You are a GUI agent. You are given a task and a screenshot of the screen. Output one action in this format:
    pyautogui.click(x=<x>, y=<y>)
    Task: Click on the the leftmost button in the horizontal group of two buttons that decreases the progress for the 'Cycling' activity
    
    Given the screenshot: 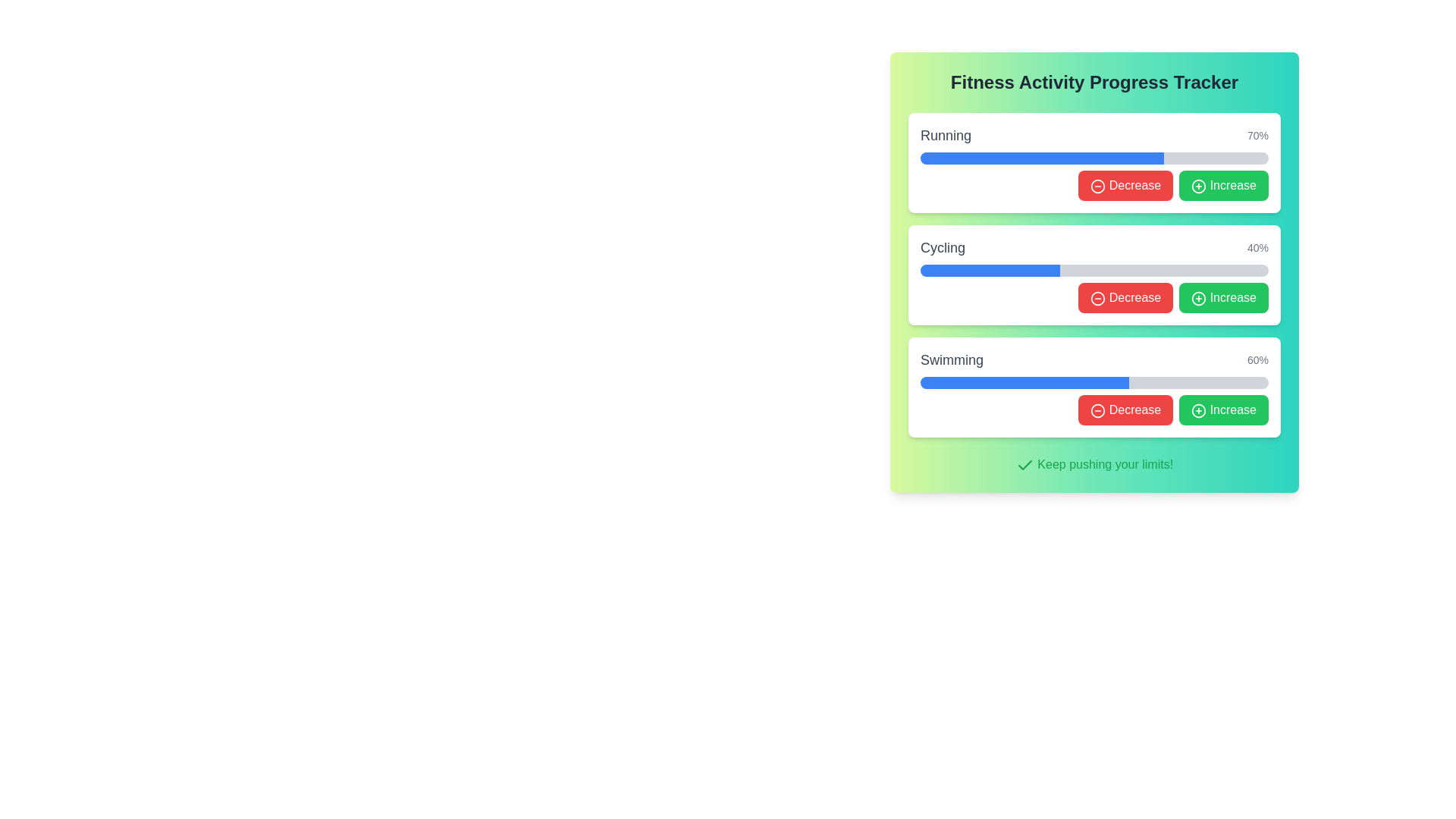 What is the action you would take?
    pyautogui.click(x=1125, y=298)
    